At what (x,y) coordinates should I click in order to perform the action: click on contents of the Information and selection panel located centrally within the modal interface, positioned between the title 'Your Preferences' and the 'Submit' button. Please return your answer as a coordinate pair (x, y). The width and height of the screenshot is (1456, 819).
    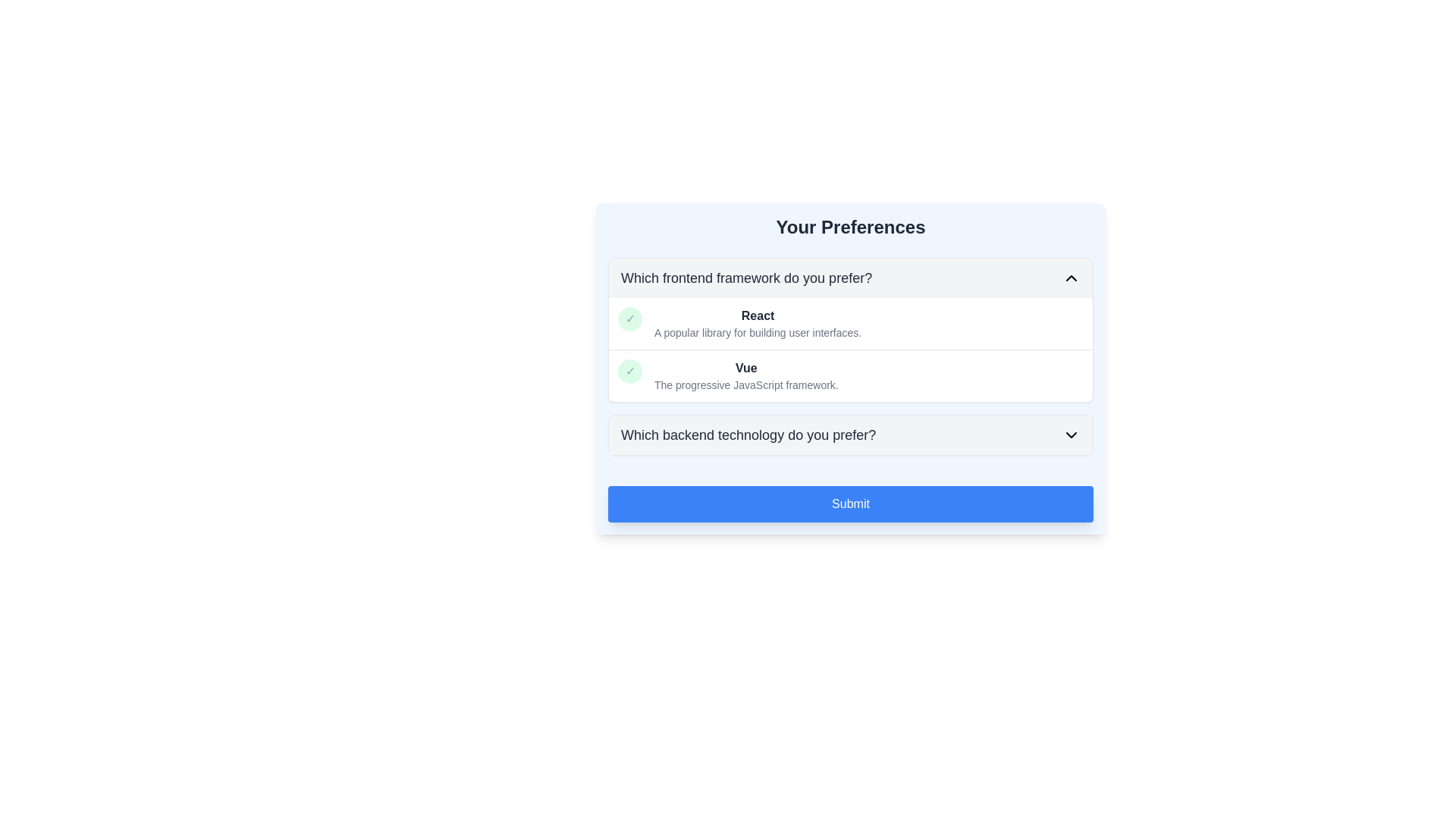
    Looking at the image, I should click on (851, 369).